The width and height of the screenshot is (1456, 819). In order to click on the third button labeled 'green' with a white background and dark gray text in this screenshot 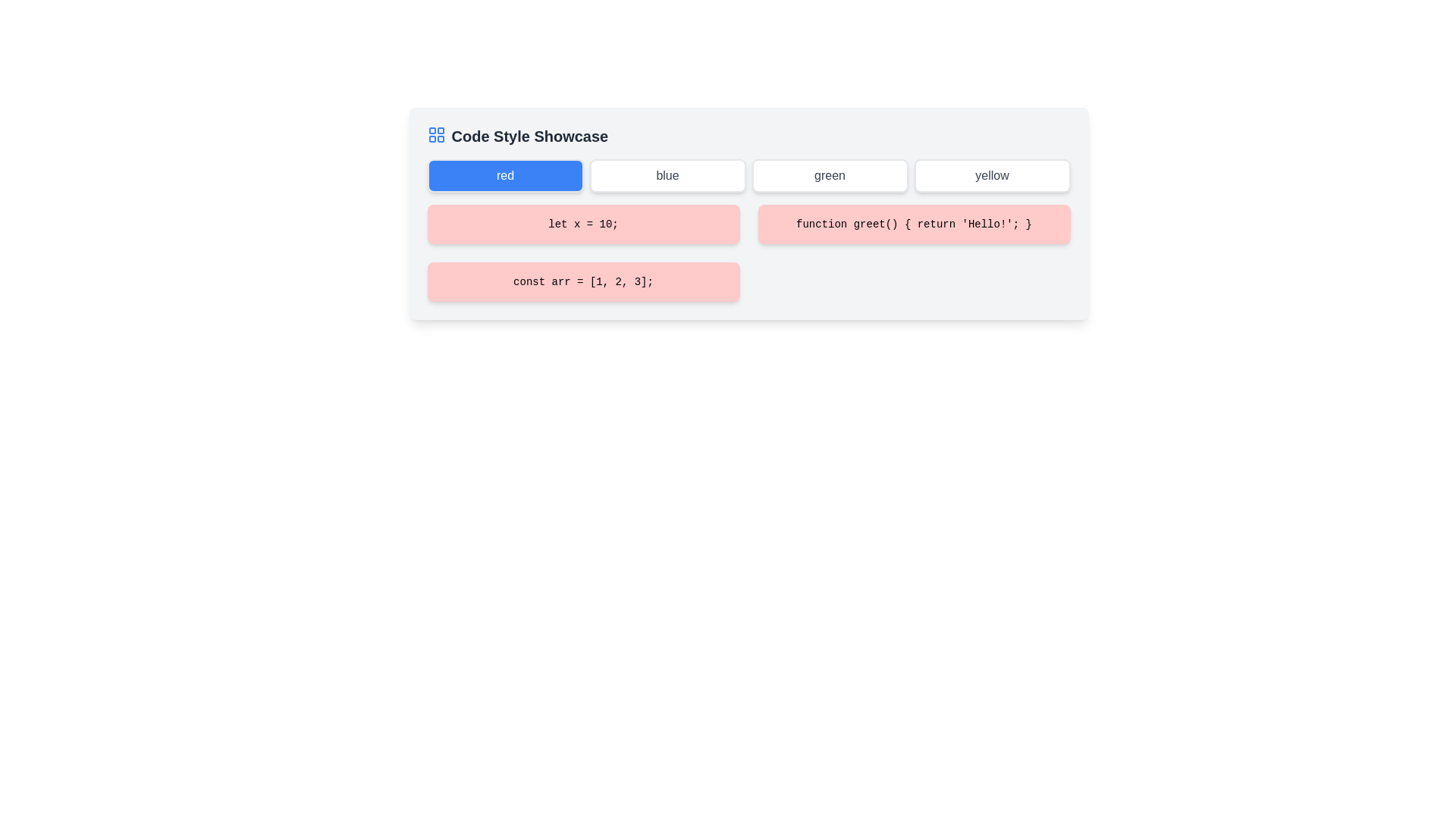, I will do `click(829, 174)`.